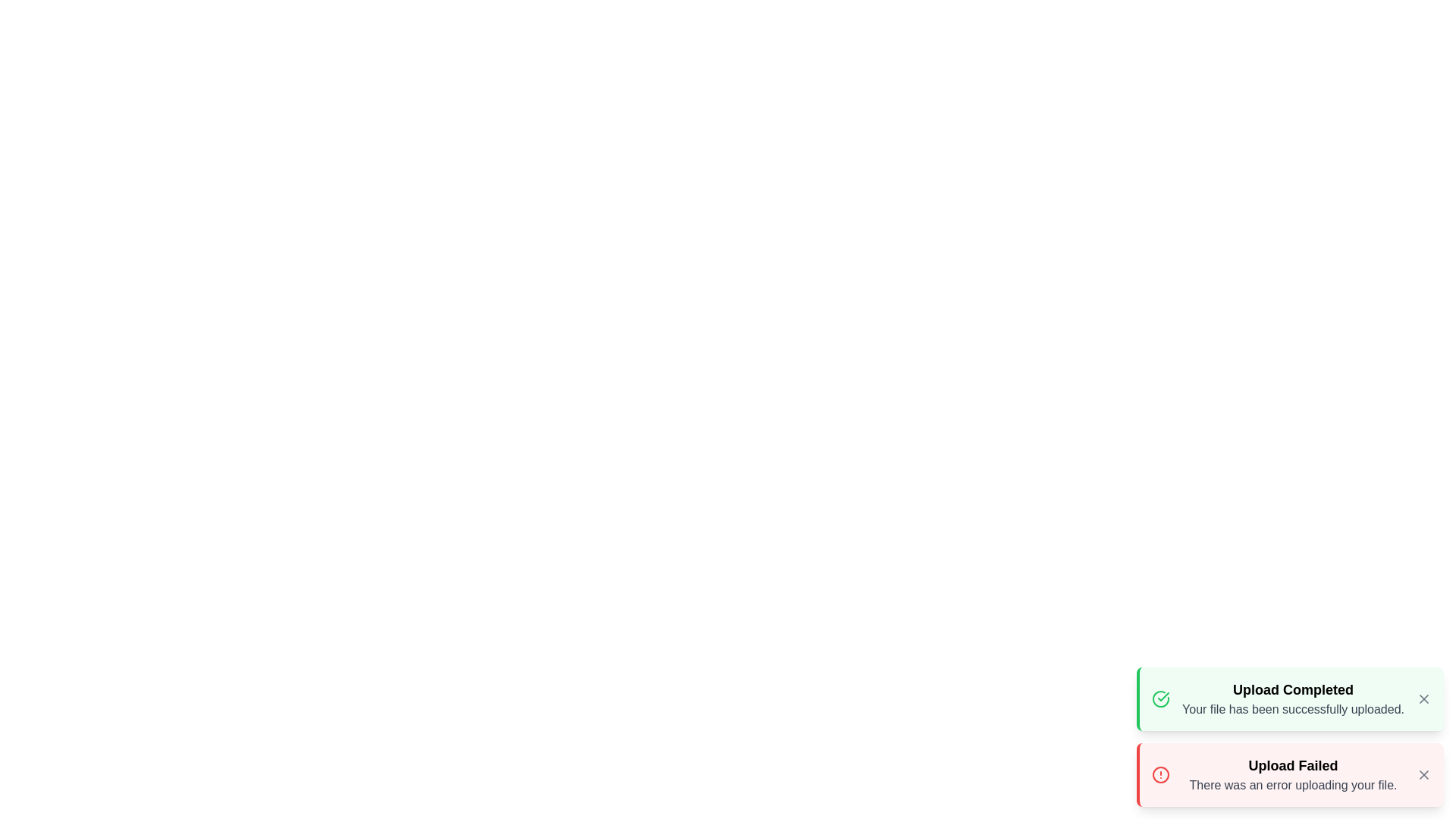  Describe the element at coordinates (1423, 775) in the screenshot. I see `the 'Close' icon in the lower-right corner of the 'Upload Failed' notification box` at that location.